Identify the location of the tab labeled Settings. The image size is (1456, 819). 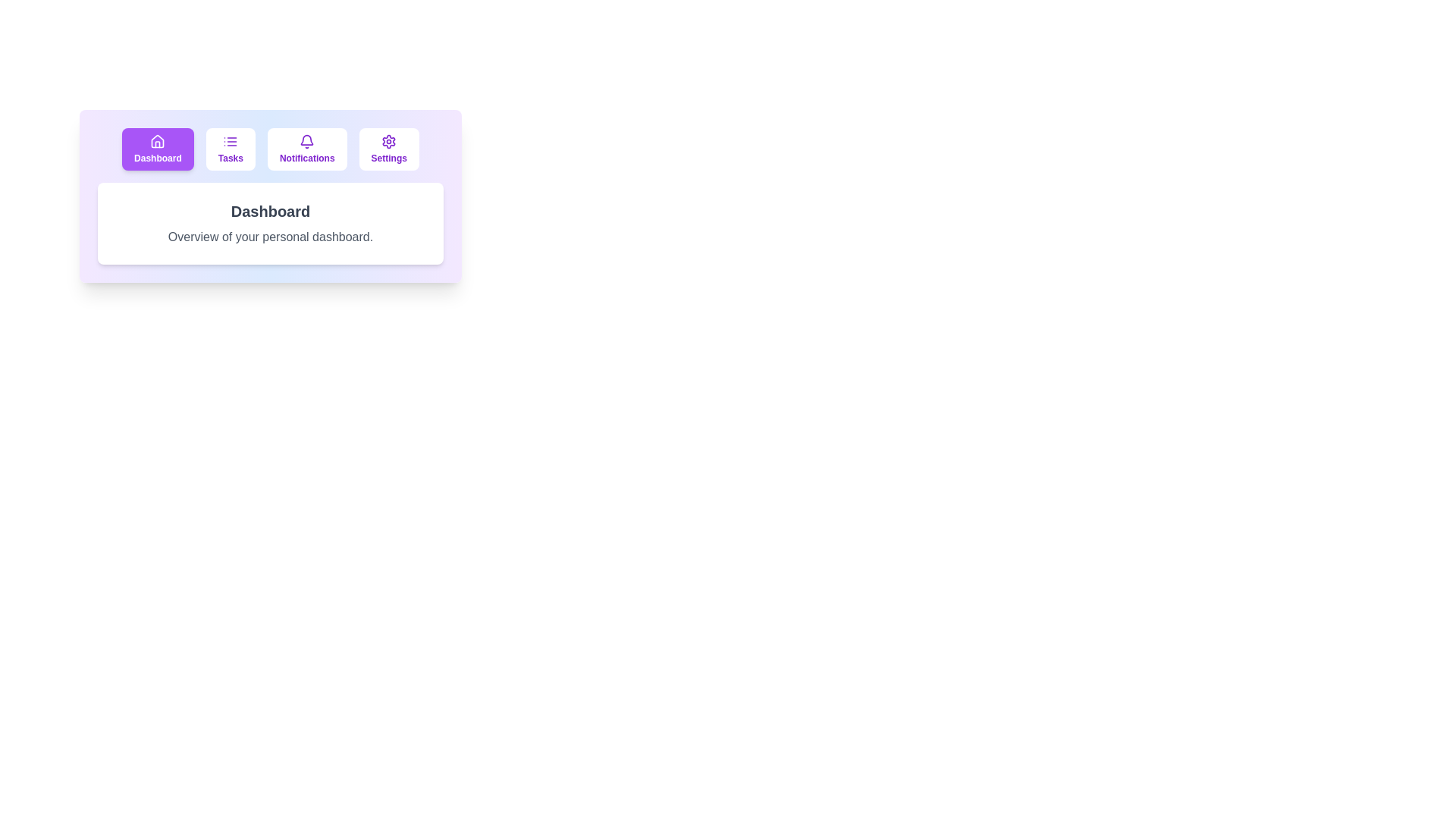
(389, 149).